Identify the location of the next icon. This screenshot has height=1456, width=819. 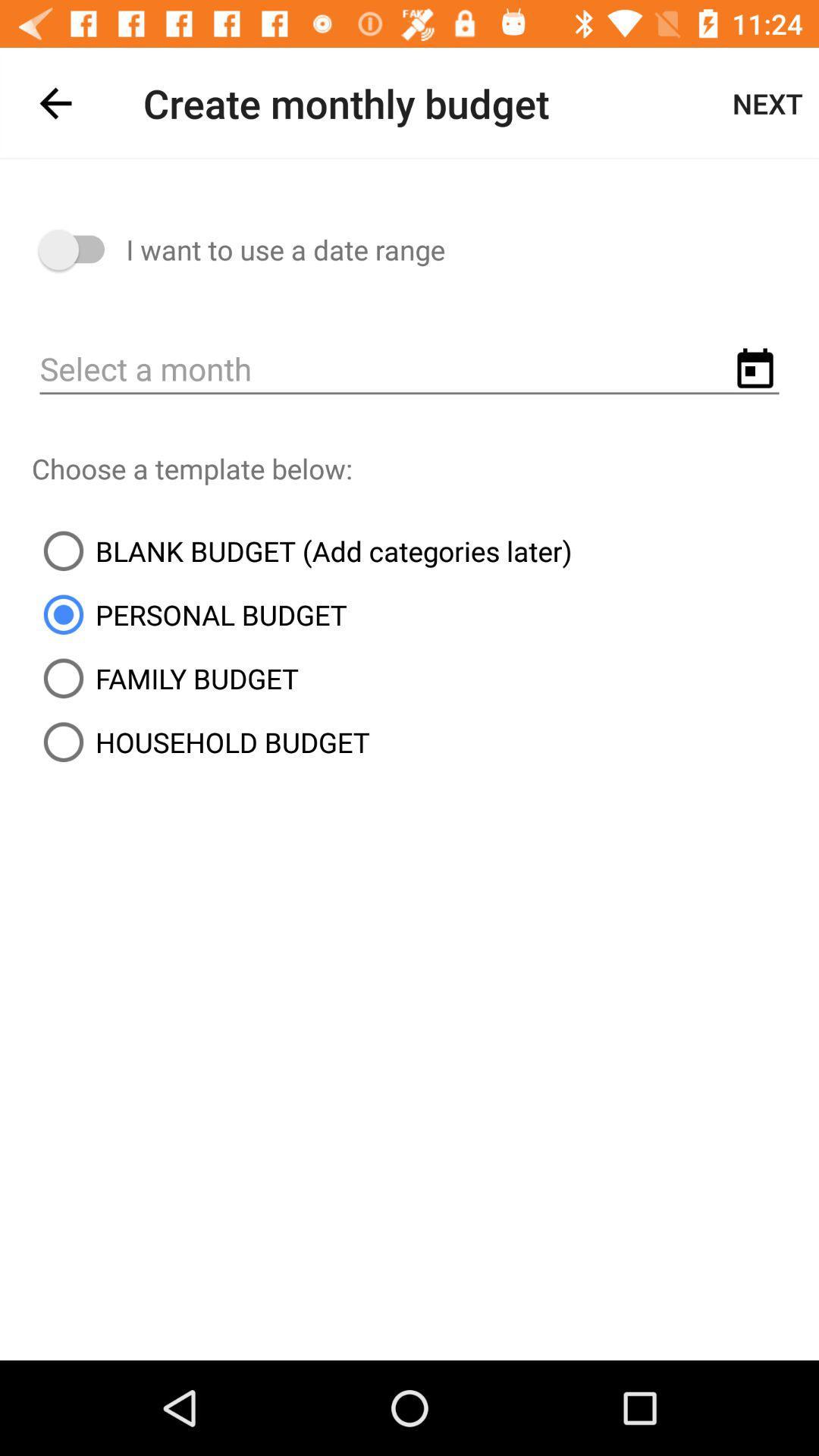
(767, 102).